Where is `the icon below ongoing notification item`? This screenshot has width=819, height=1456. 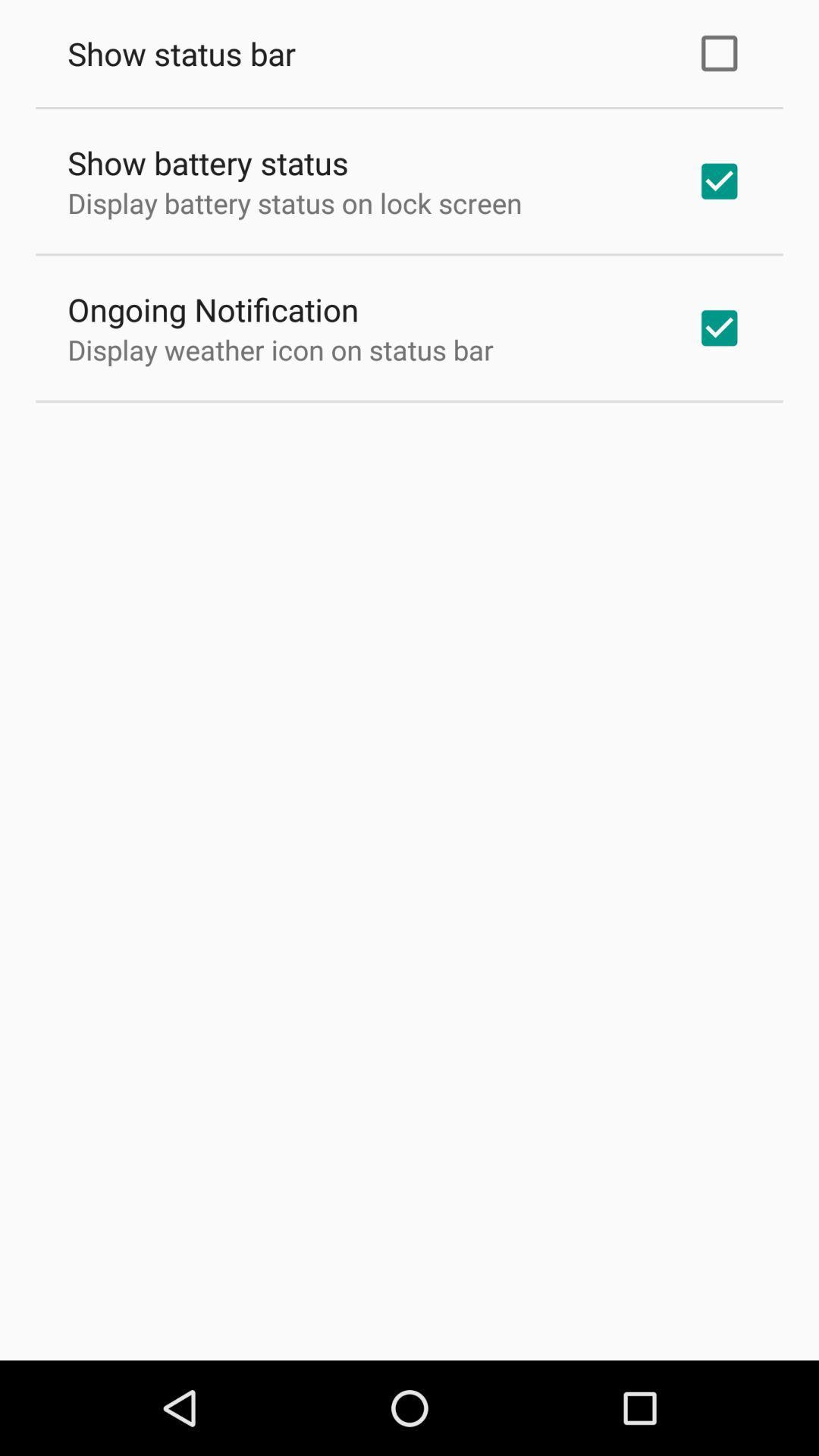
the icon below ongoing notification item is located at coordinates (281, 349).